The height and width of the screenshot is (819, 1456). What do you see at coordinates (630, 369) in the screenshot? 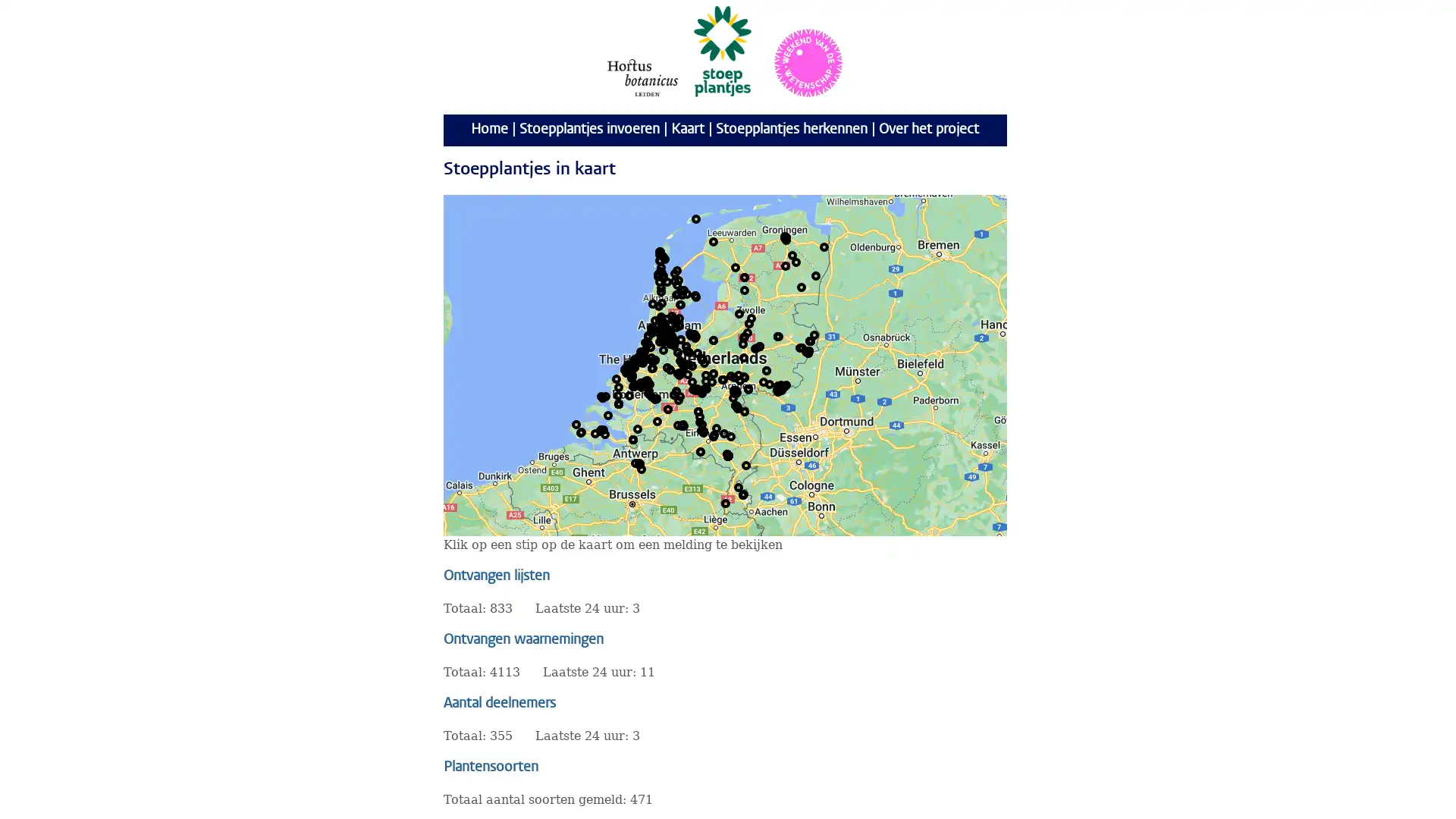
I see `Telling van Annemiek op 29 april 2022` at bounding box center [630, 369].